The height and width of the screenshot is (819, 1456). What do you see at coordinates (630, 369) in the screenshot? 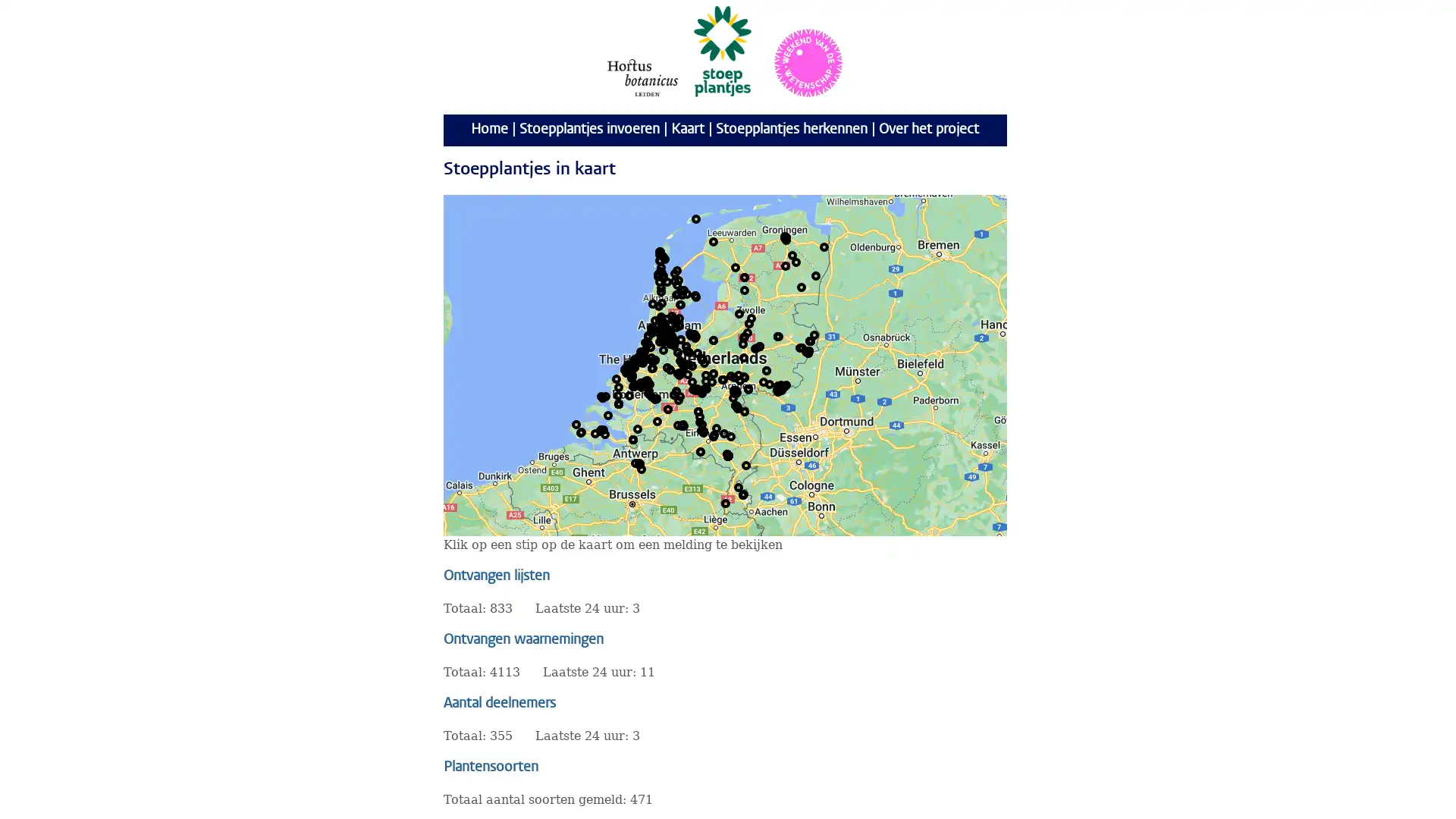
I see `Telling van Annemiek op 29 april 2022` at bounding box center [630, 369].